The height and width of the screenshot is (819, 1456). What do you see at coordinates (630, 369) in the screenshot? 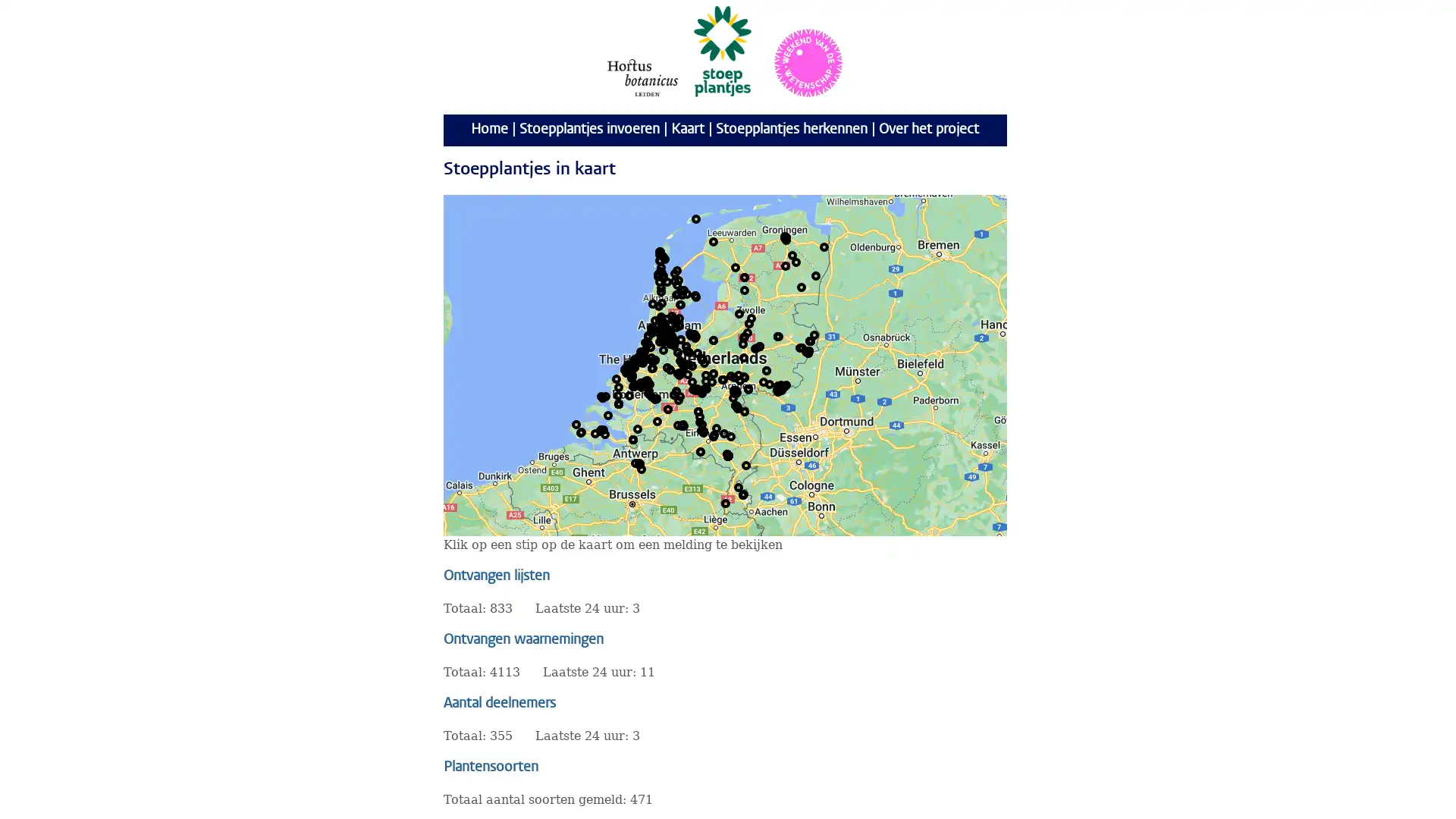
I see `Telling van Annemiek op 29 april 2022` at bounding box center [630, 369].